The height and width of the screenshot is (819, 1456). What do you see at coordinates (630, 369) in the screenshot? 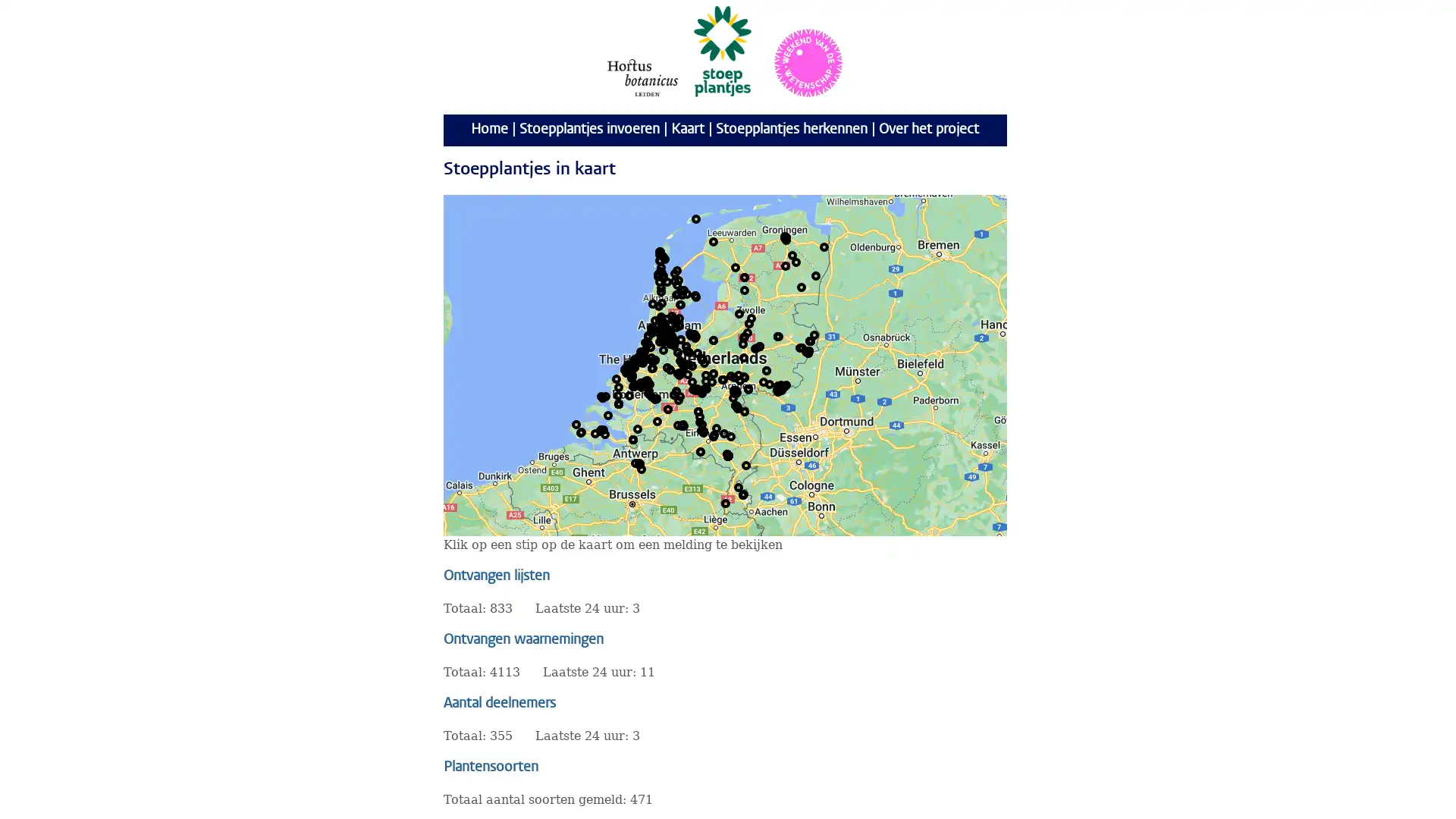
I see `Telling van Annemiek op 29 april 2022` at bounding box center [630, 369].